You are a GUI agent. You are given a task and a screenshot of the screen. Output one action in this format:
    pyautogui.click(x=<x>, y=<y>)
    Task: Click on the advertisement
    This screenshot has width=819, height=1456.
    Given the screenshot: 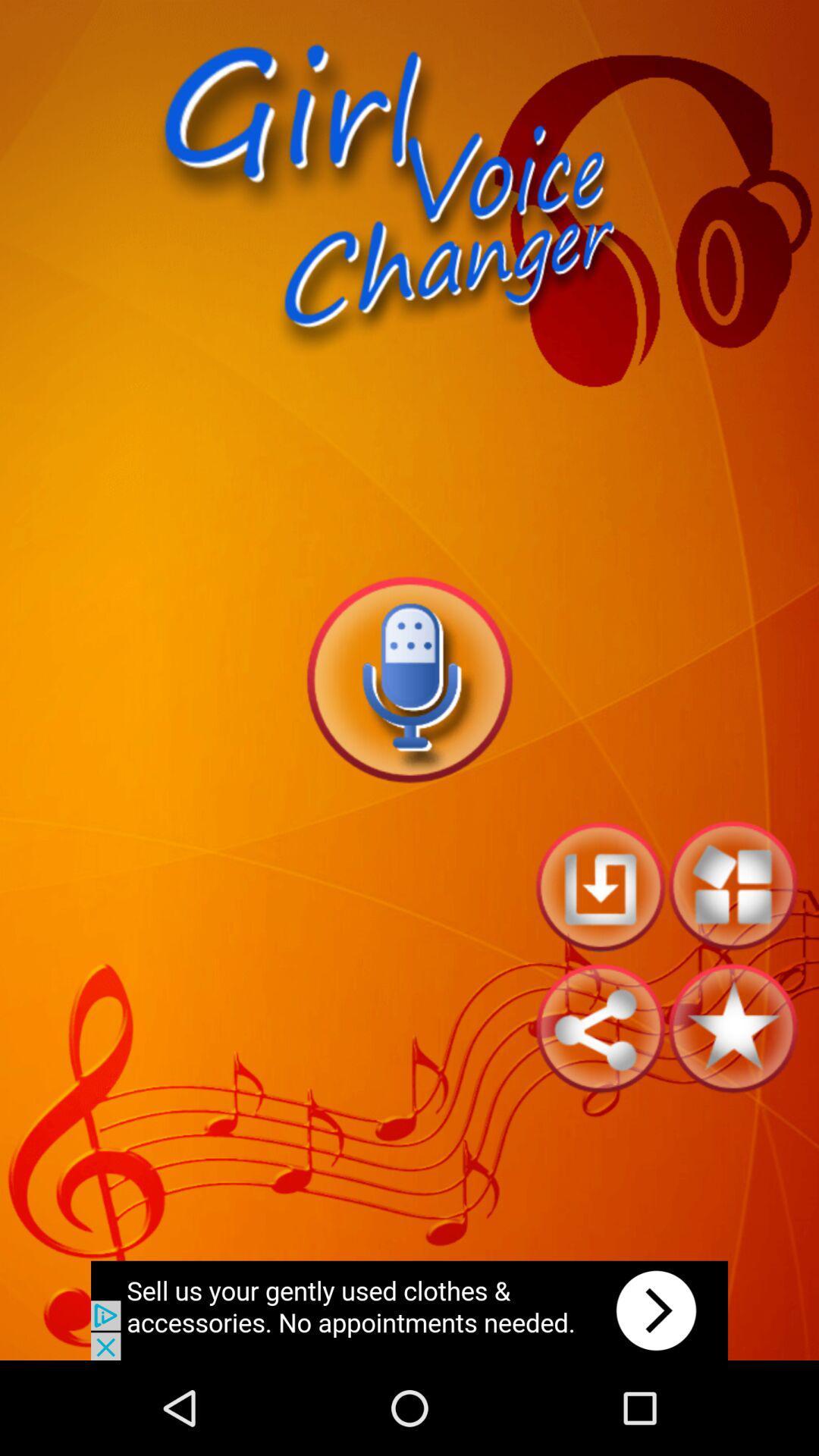 What is the action you would take?
    pyautogui.click(x=409, y=1310)
    